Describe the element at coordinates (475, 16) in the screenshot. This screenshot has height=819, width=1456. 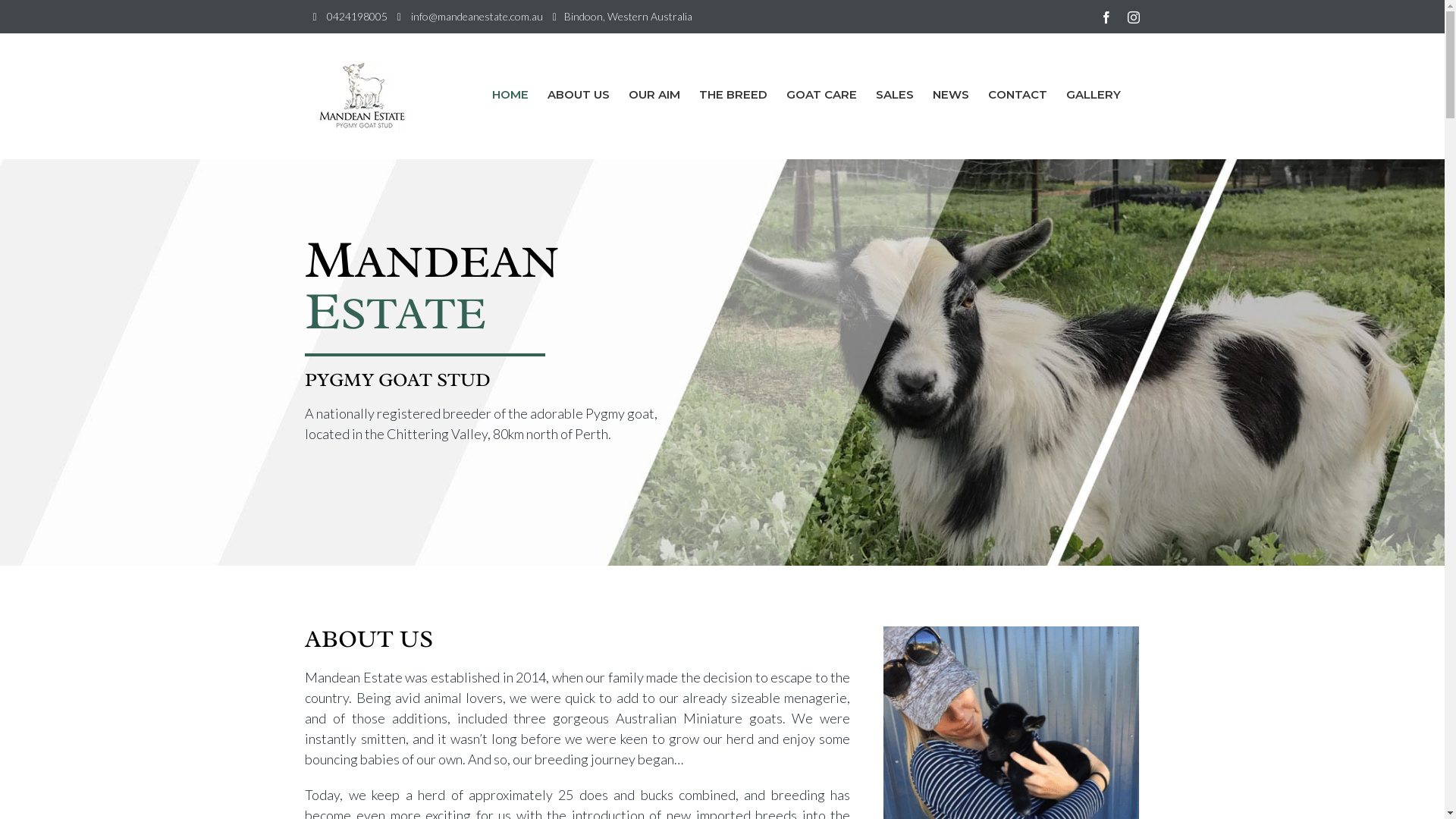
I see `'info@mandeanestate.com.au'` at that location.